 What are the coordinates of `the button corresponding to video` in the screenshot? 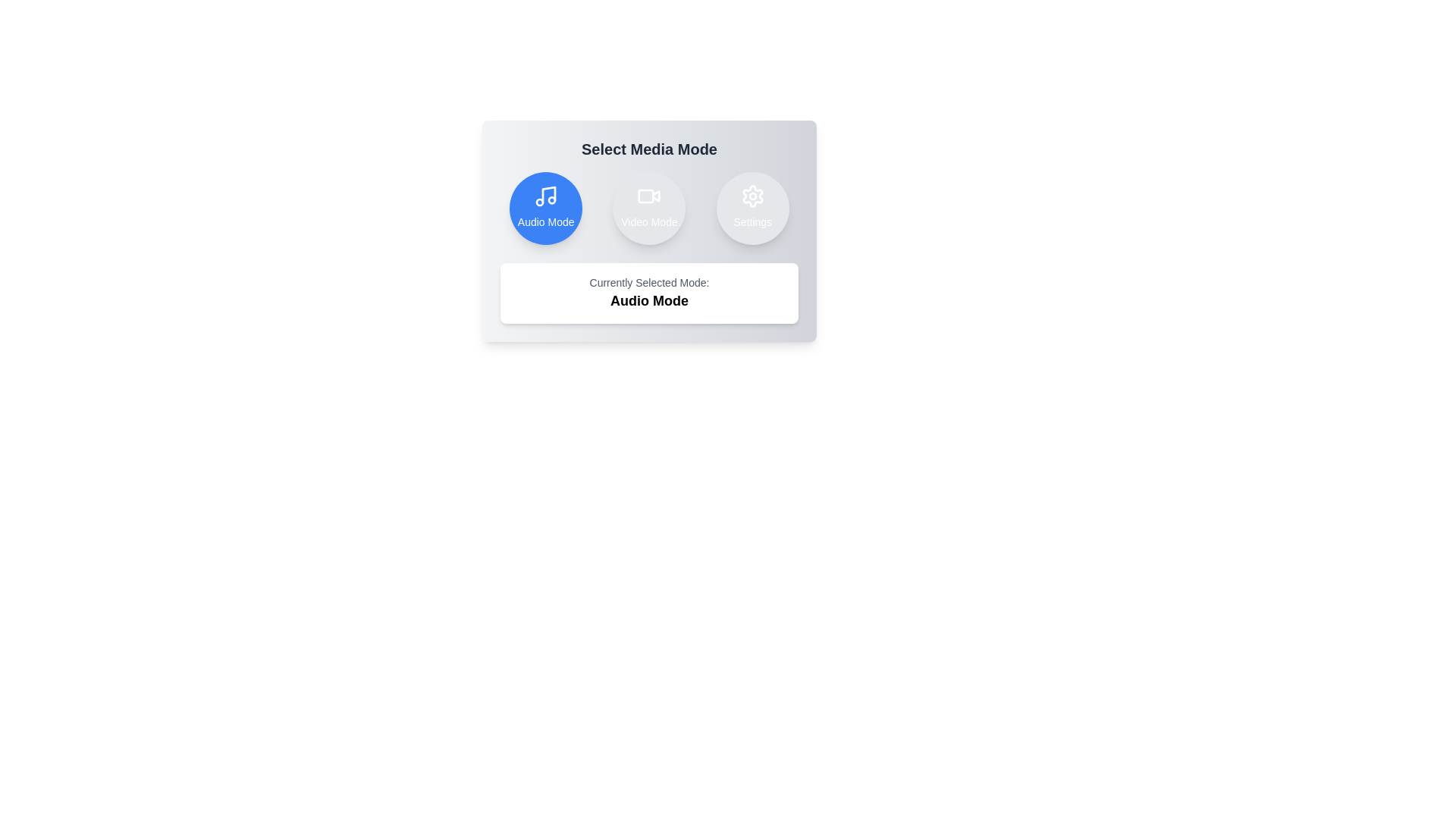 It's located at (649, 208).